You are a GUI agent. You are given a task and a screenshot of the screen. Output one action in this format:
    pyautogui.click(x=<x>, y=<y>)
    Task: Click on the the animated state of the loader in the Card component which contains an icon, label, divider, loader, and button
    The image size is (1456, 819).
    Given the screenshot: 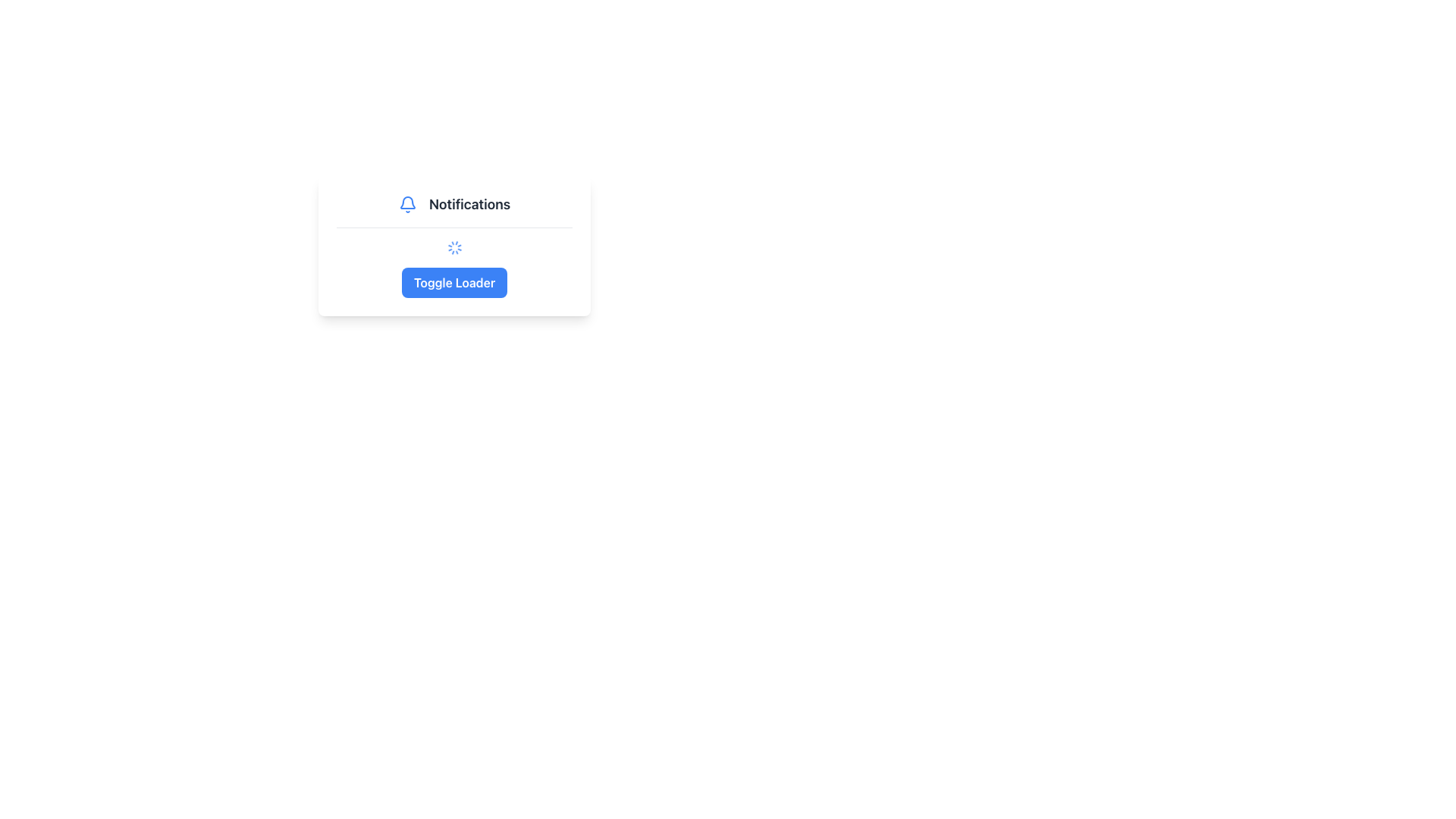 What is the action you would take?
    pyautogui.click(x=453, y=245)
    